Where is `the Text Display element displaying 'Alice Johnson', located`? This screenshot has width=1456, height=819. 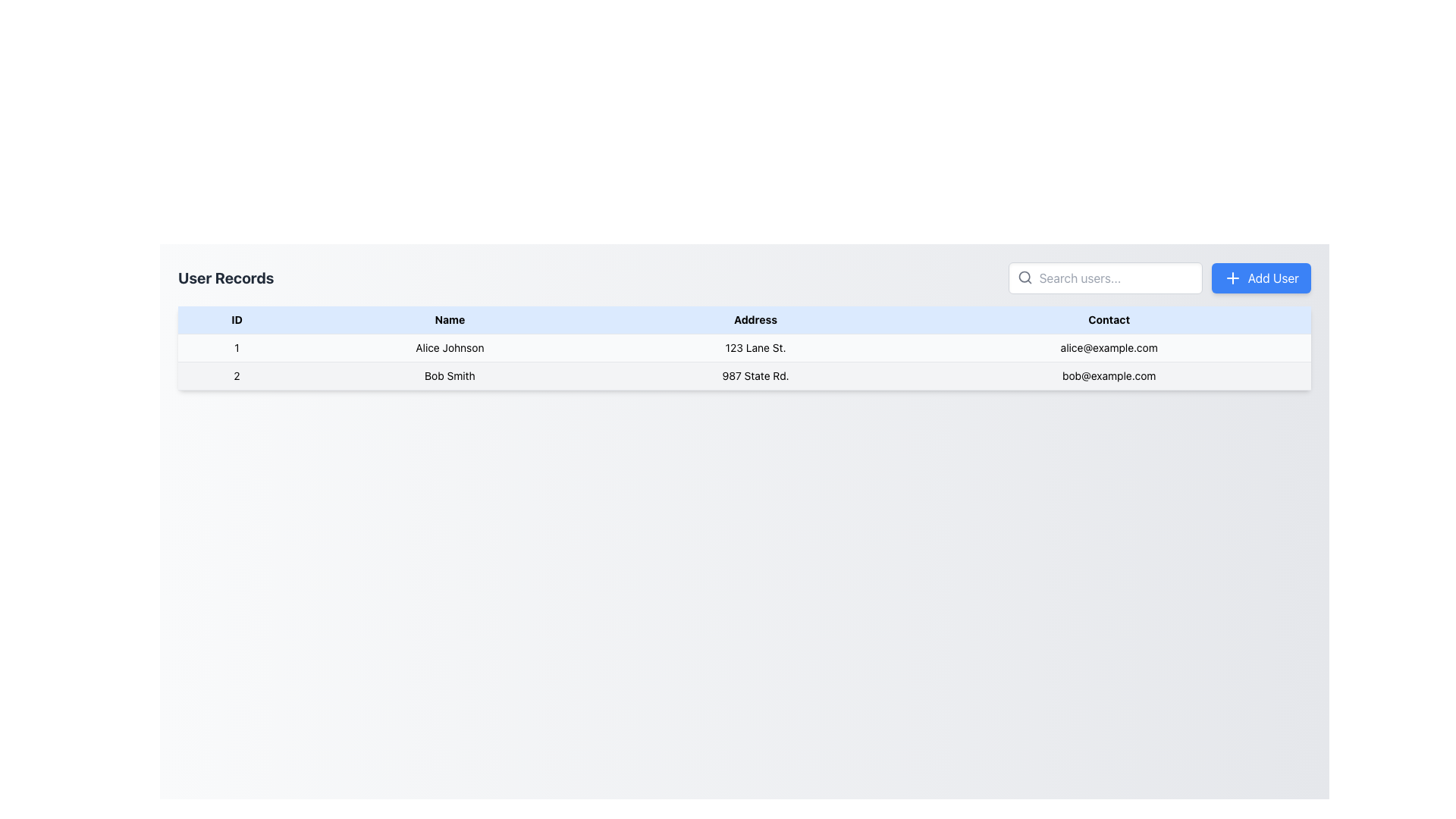 the Text Display element displaying 'Alice Johnson', located is located at coordinates (449, 348).